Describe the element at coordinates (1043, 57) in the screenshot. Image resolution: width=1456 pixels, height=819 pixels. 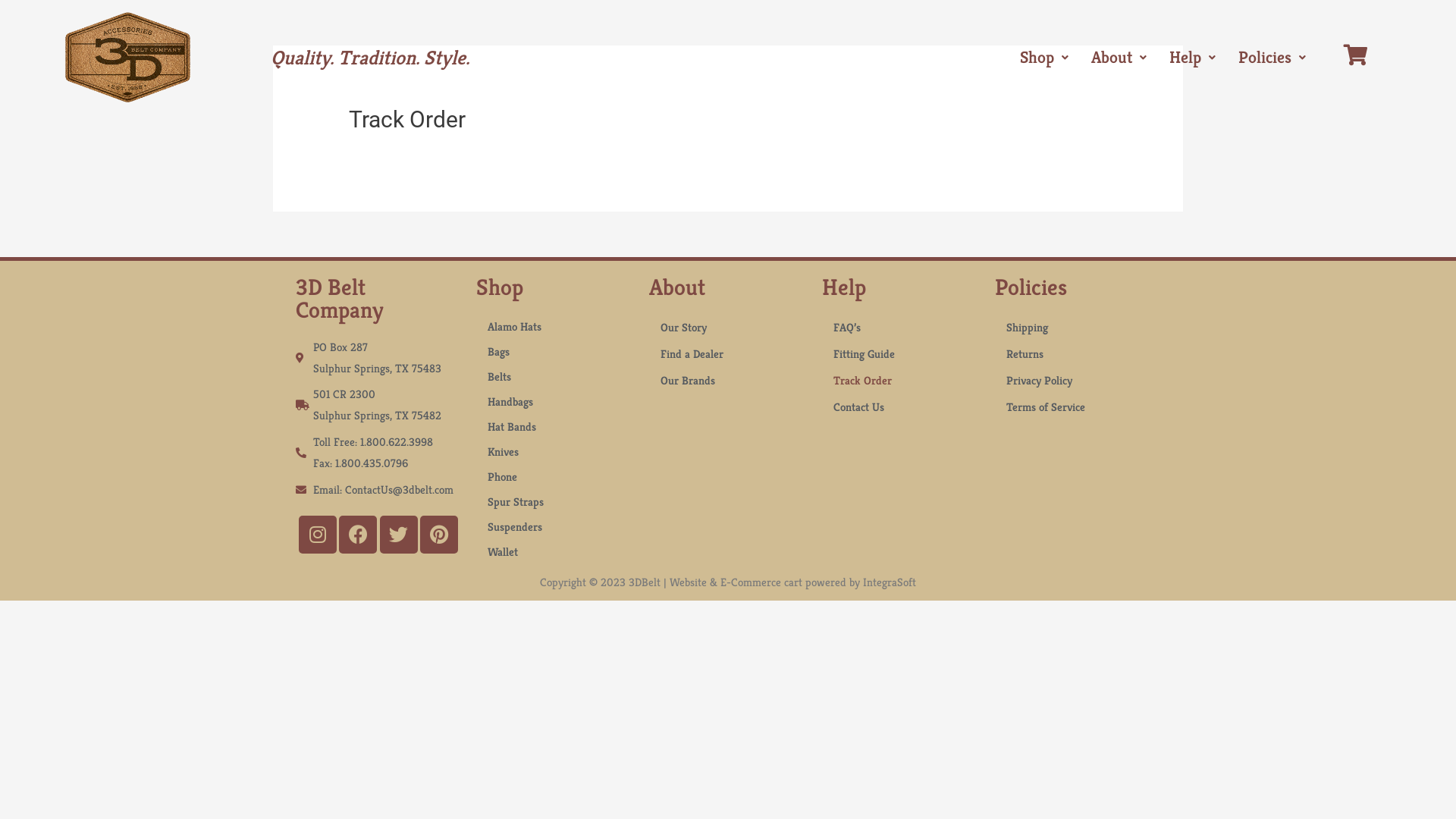
I see `'Shop'` at that location.